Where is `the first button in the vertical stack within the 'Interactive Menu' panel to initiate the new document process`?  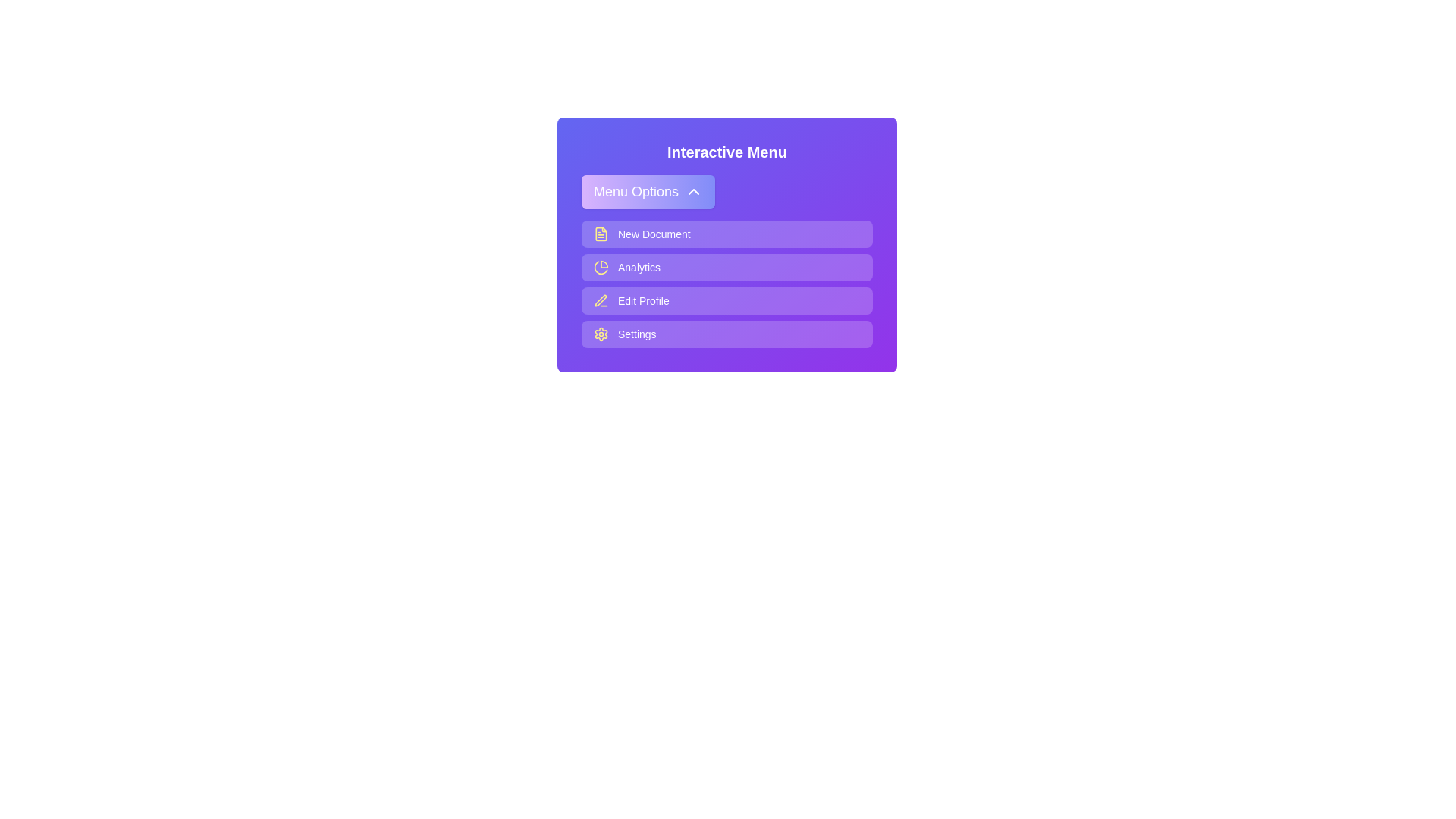
the first button in the vertical stack within the 'Interactive Menu' panel to initiate the new document process is located at coordinates (726, 234).